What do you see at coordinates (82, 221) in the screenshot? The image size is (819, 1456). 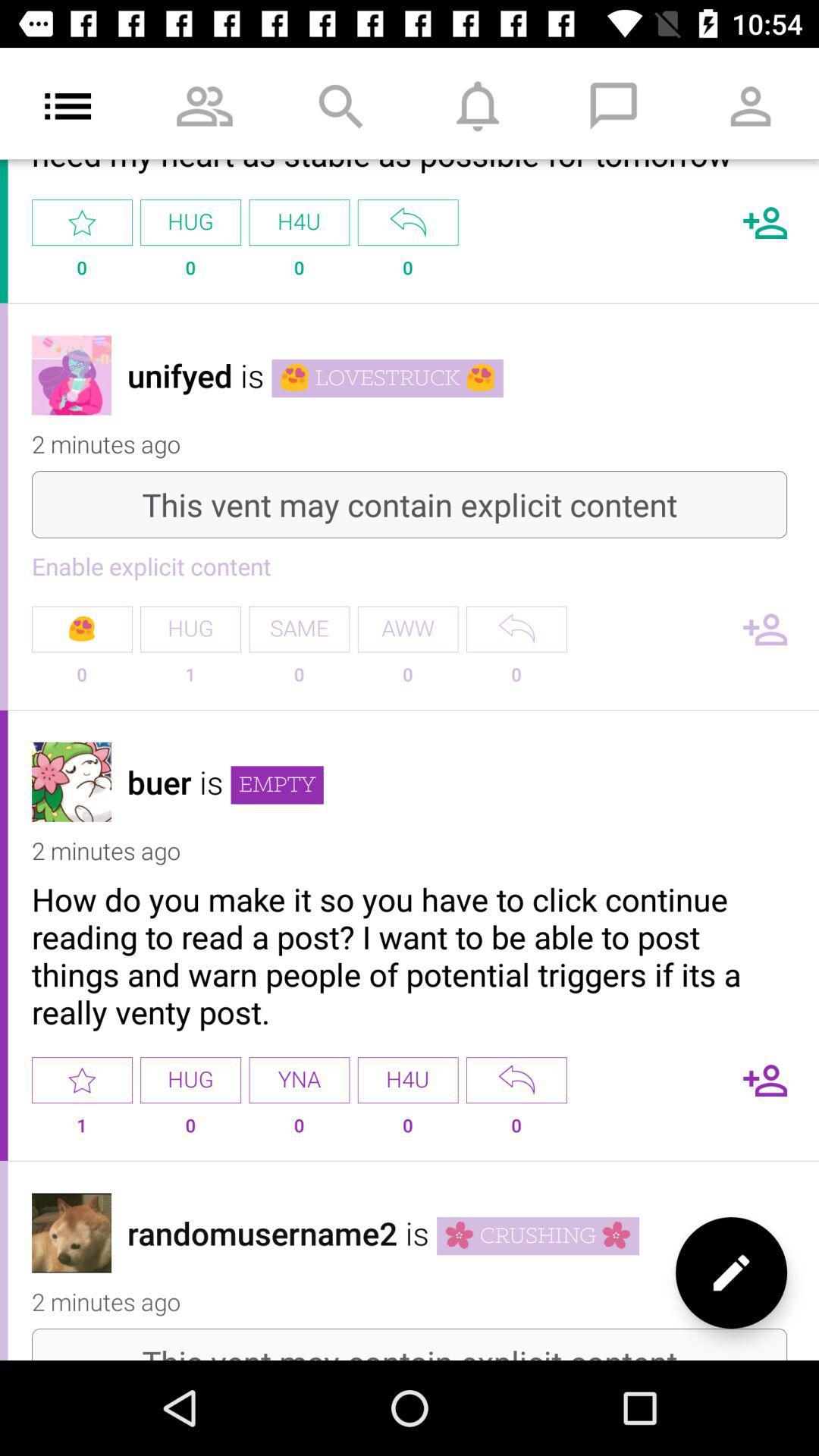 I see `app to the left of hug` at bounding box center [82, 221].